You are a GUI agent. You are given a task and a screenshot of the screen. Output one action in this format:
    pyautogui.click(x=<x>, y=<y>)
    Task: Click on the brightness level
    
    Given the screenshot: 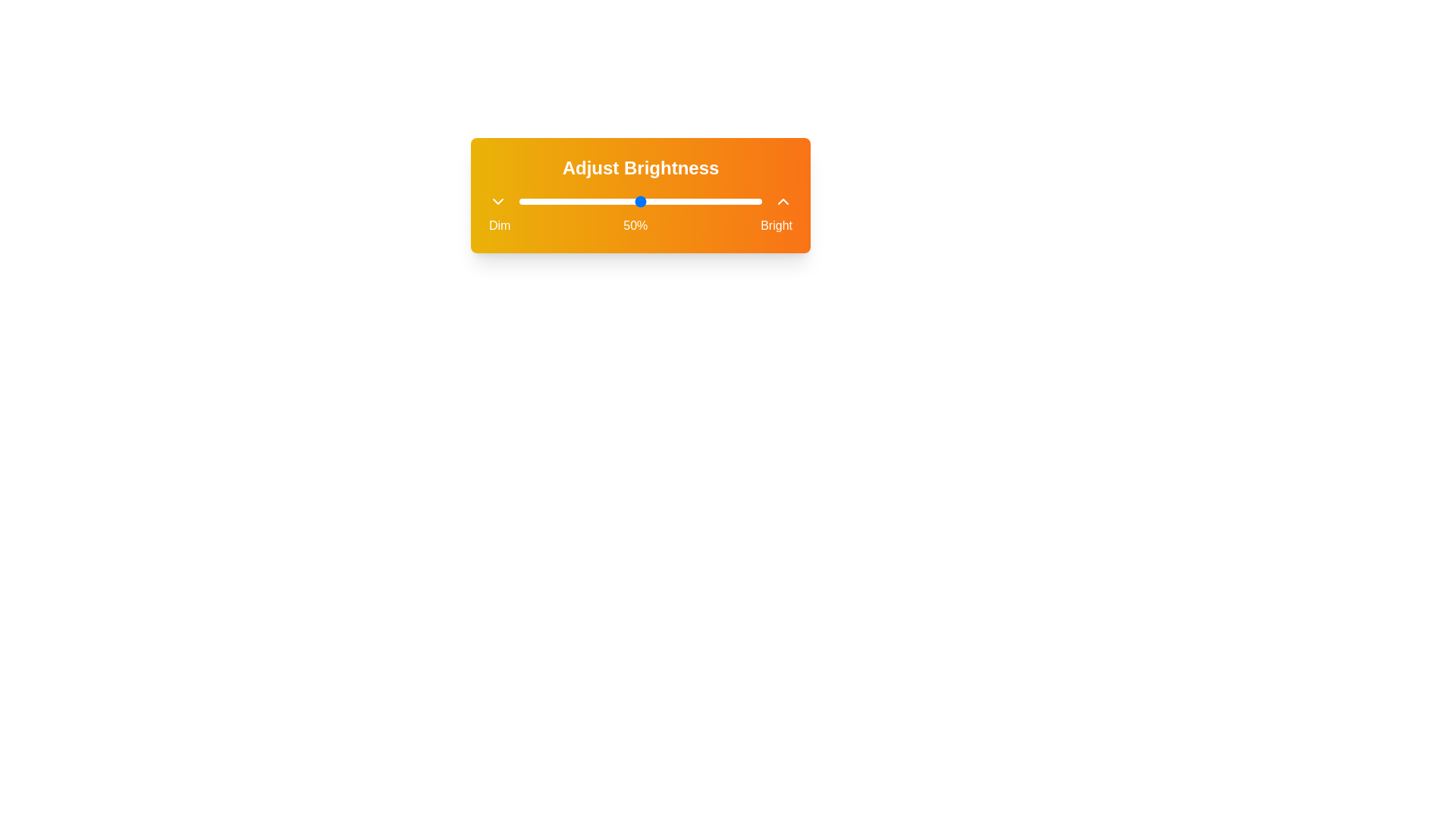 What is the action you would take?
    pyautogui.click(x=708, y=201)
    